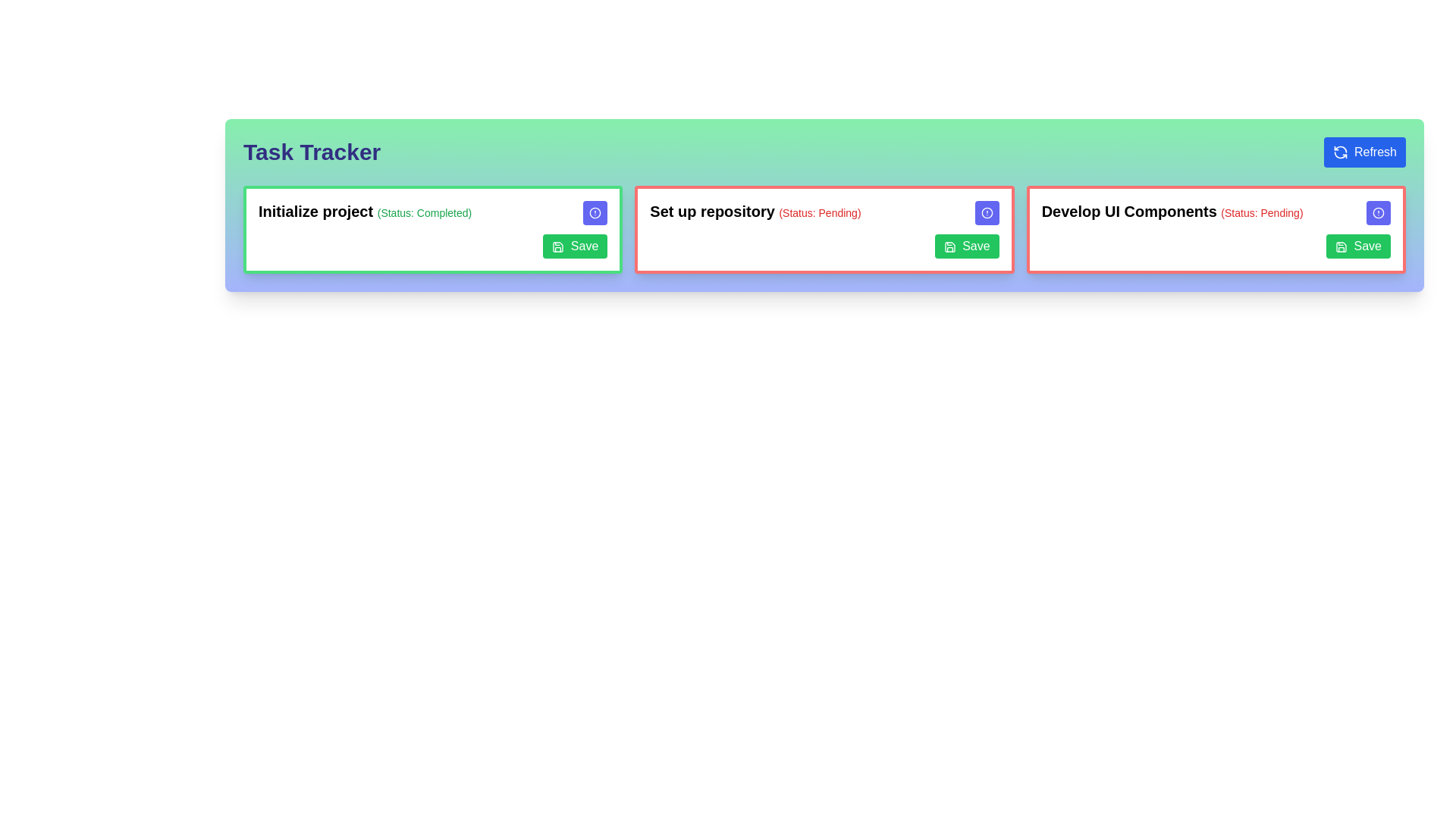 Image resolution: width=1456 pixels, height=819 pixels. Describe the element at coordinates (1379, 213) in the screenshot. I see `the circular button with an icon located at the top-right corner of the 'Develop UI Components' card` at that location.